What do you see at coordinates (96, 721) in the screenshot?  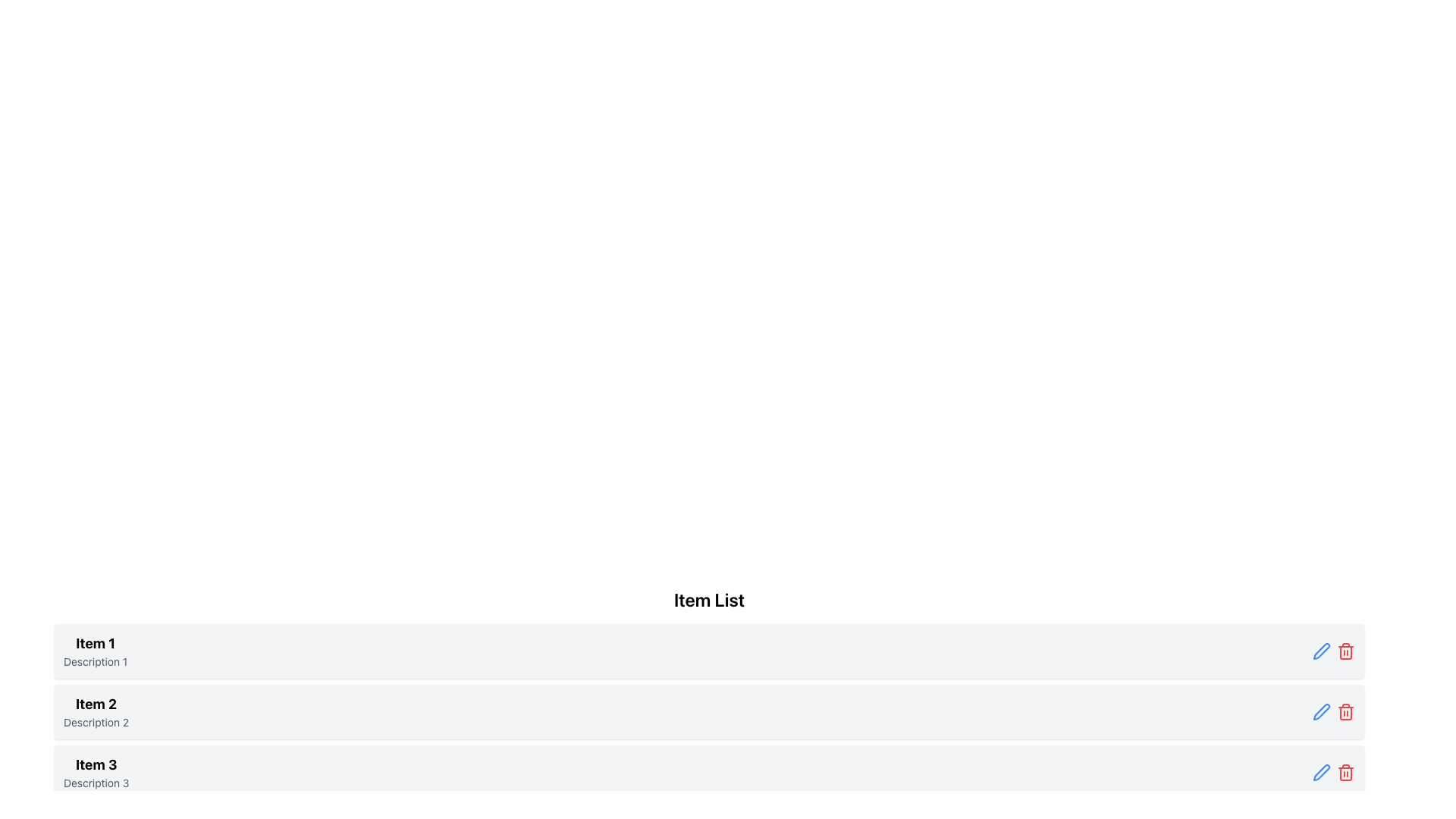 I see `the static text label that describes 'Item 2', which is located beneath the bolded 'Item 2' label in the middle segment of a vertically arranged list of items` at bounding box center [96, 721].